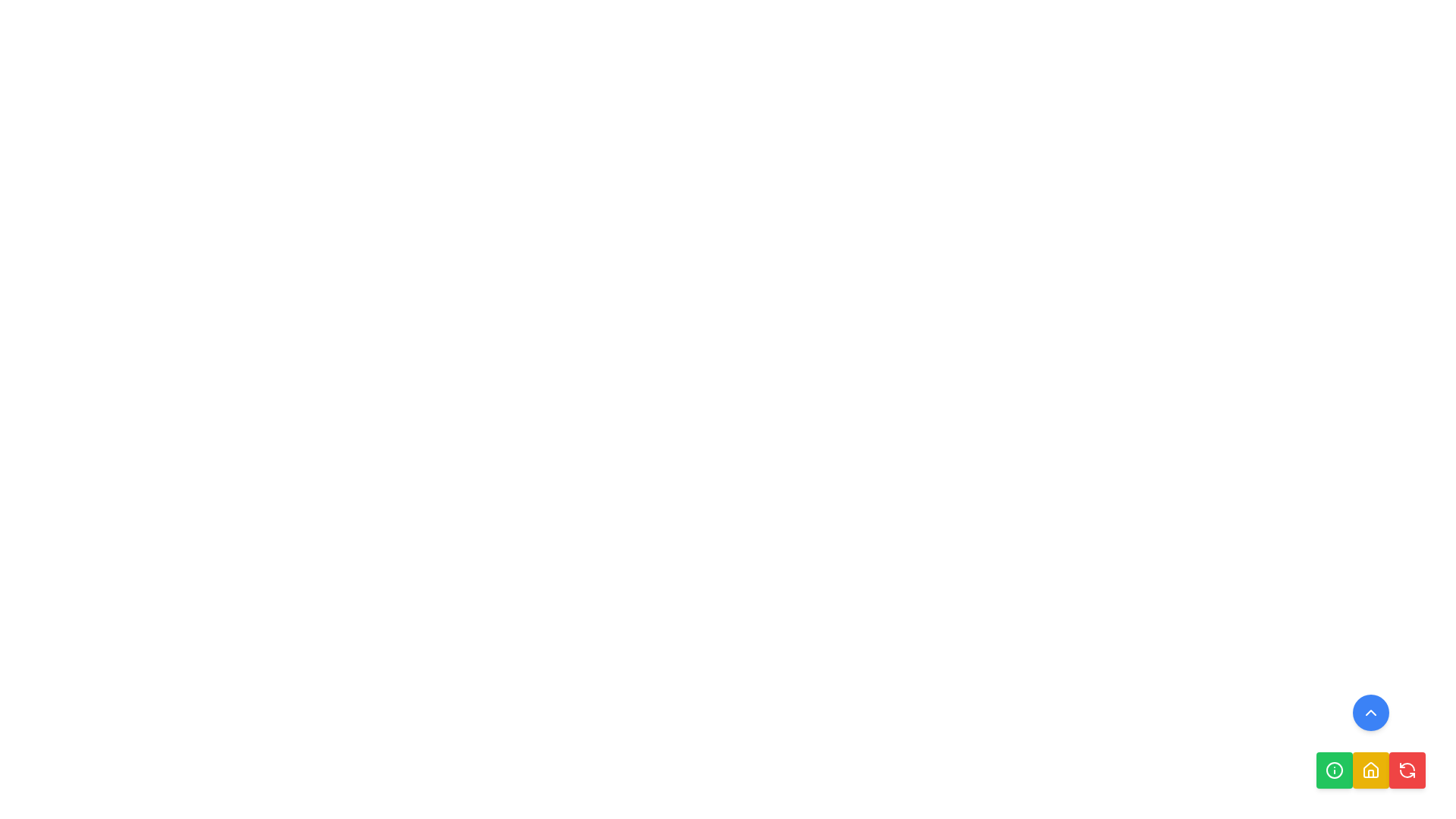  What do you see at coordinates (1335, 770) in the screenshot?
I see `the circular informational icon located inside the green button at the bottom right corner of the interface` at bounding box center [1335, 770].